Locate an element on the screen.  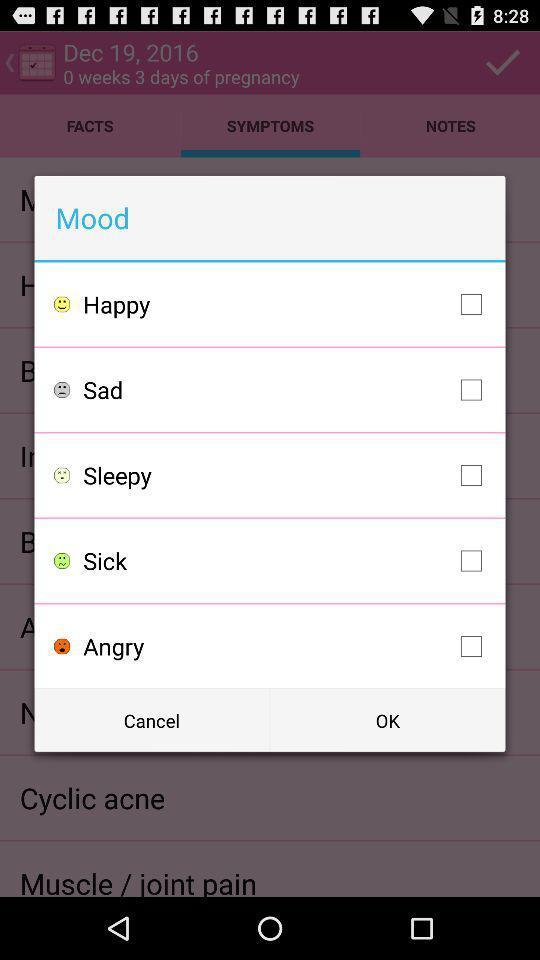
the item to the left of the ok is located at coordinates (151, 720).